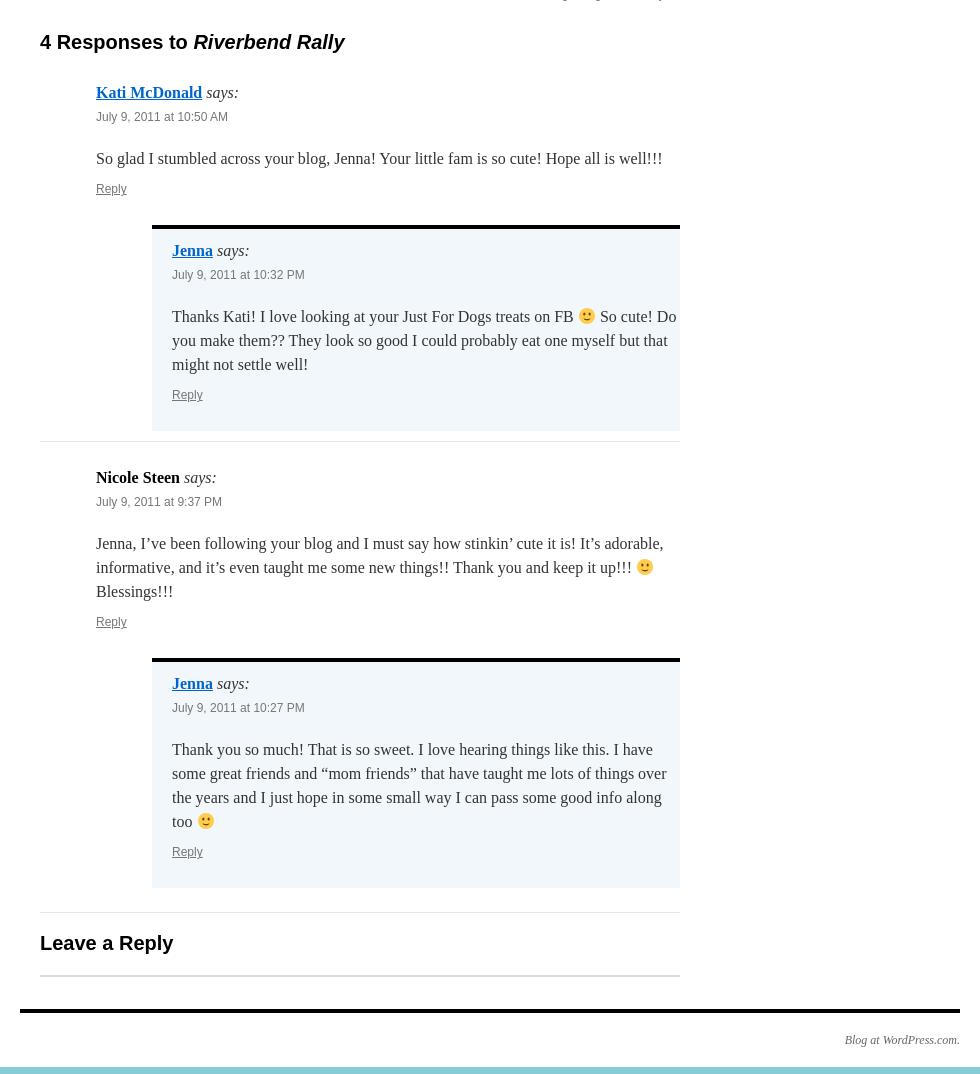  Describe the element at coordinates (238, 275) in the screenshot. I see `'July 9, 2011 at 10:32 PM'` at that location.